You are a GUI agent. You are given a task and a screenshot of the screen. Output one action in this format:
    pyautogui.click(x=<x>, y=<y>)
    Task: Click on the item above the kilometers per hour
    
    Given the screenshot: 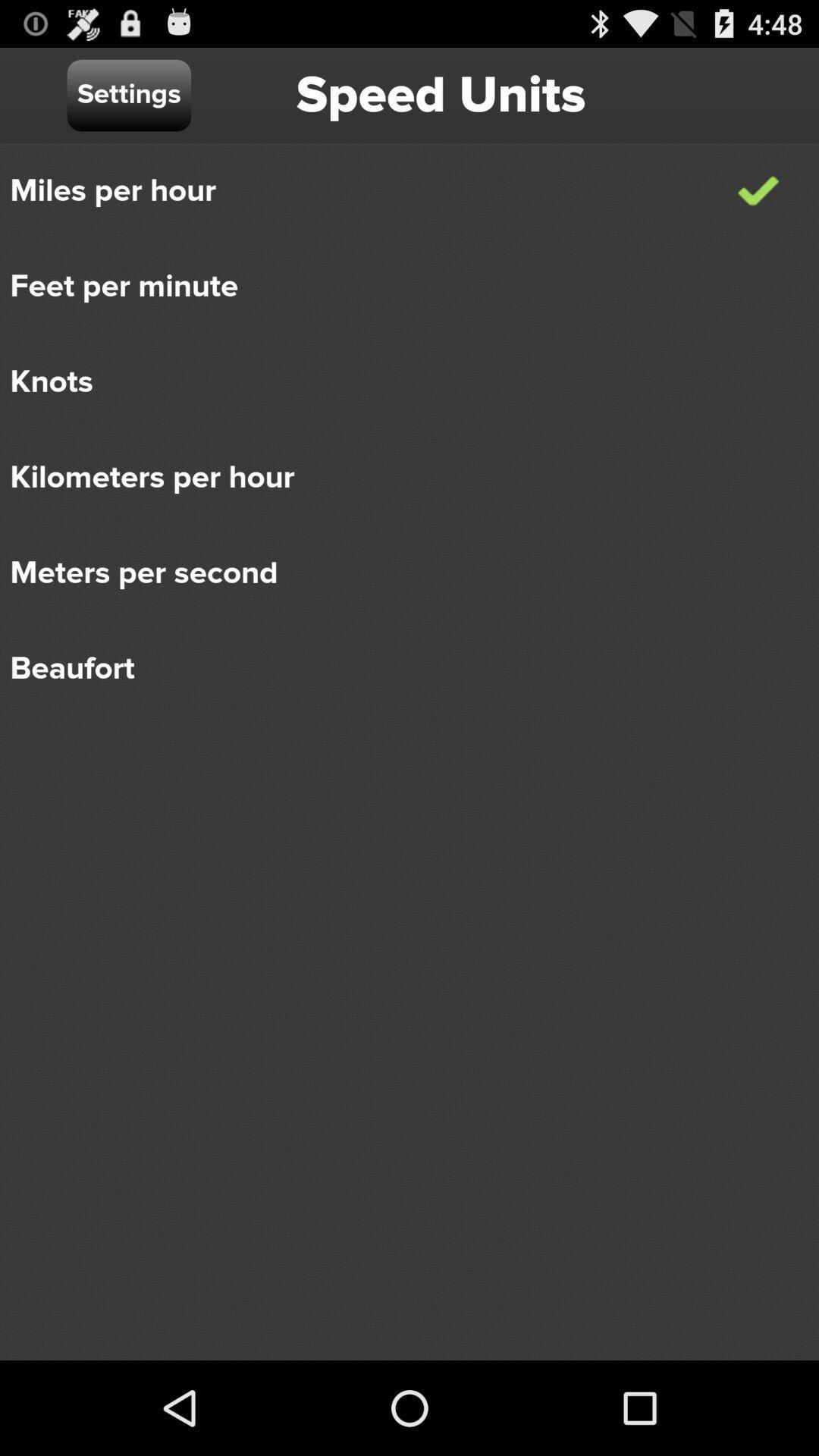 What is the action you would take?
    pyautogui.click(x=398, y=382)
    